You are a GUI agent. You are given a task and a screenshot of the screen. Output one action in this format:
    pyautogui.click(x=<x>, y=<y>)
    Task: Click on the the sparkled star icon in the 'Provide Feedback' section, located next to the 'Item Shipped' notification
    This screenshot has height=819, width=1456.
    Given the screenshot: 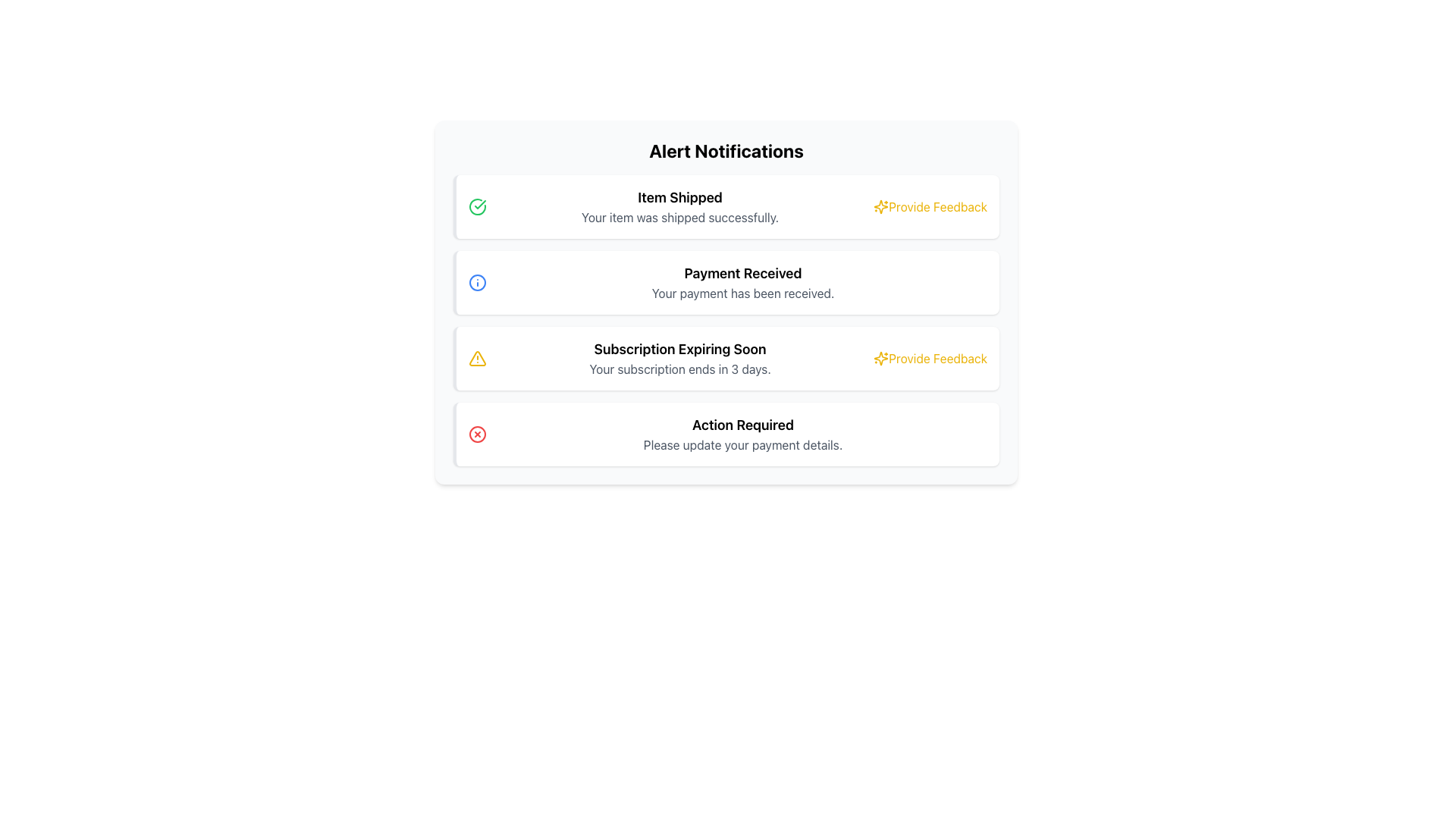 What is the action you would take?
    pyautogui.click(x=881, y=359)
    